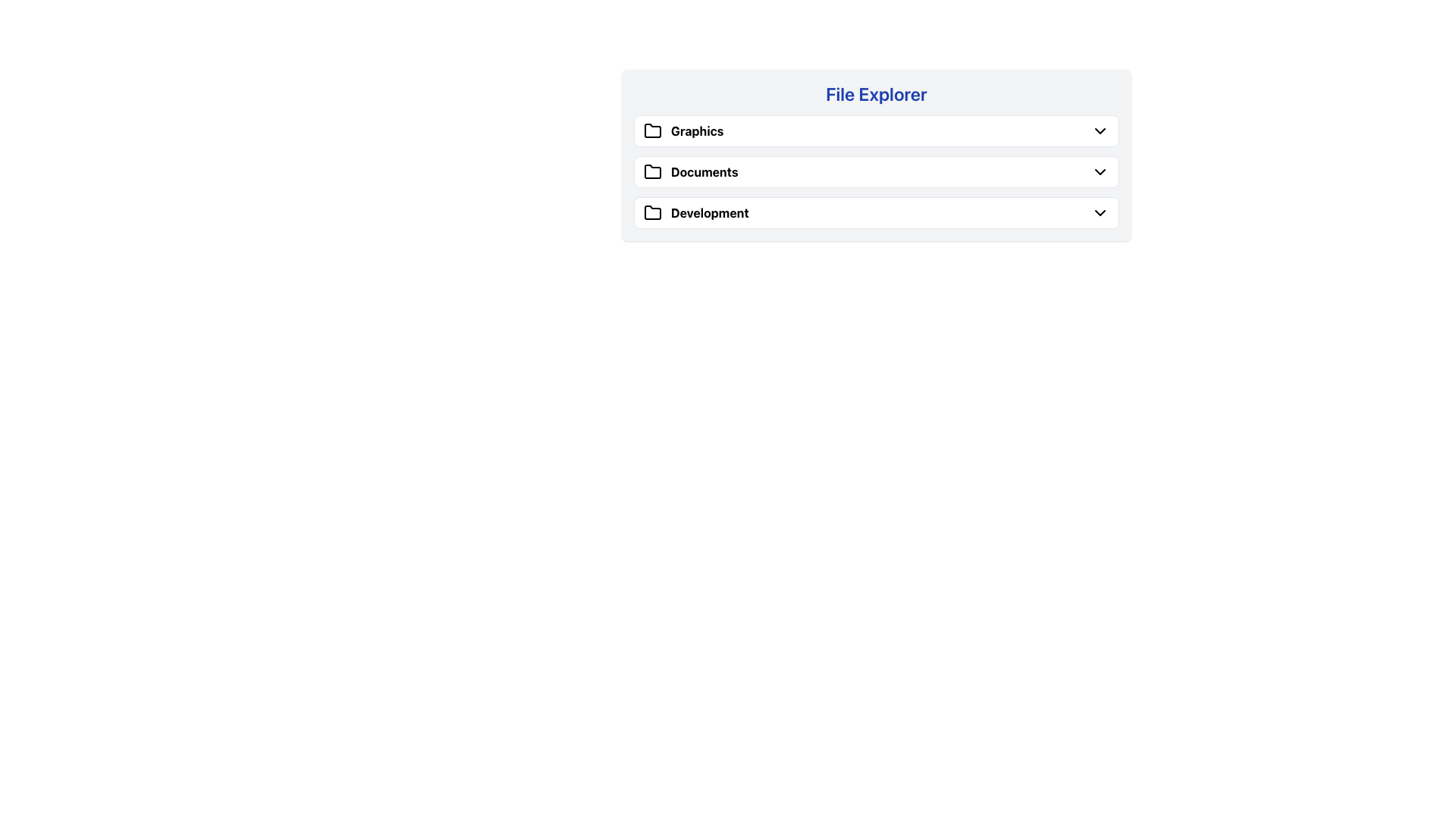 This screenshot has width=1456, height=819. What do you see at coordinates (1100, 171) in the screenshot?
I see `the downwards-facing chevron icon at the rightmost end of the 'Documents' row` at bounding box center [1100, 171].